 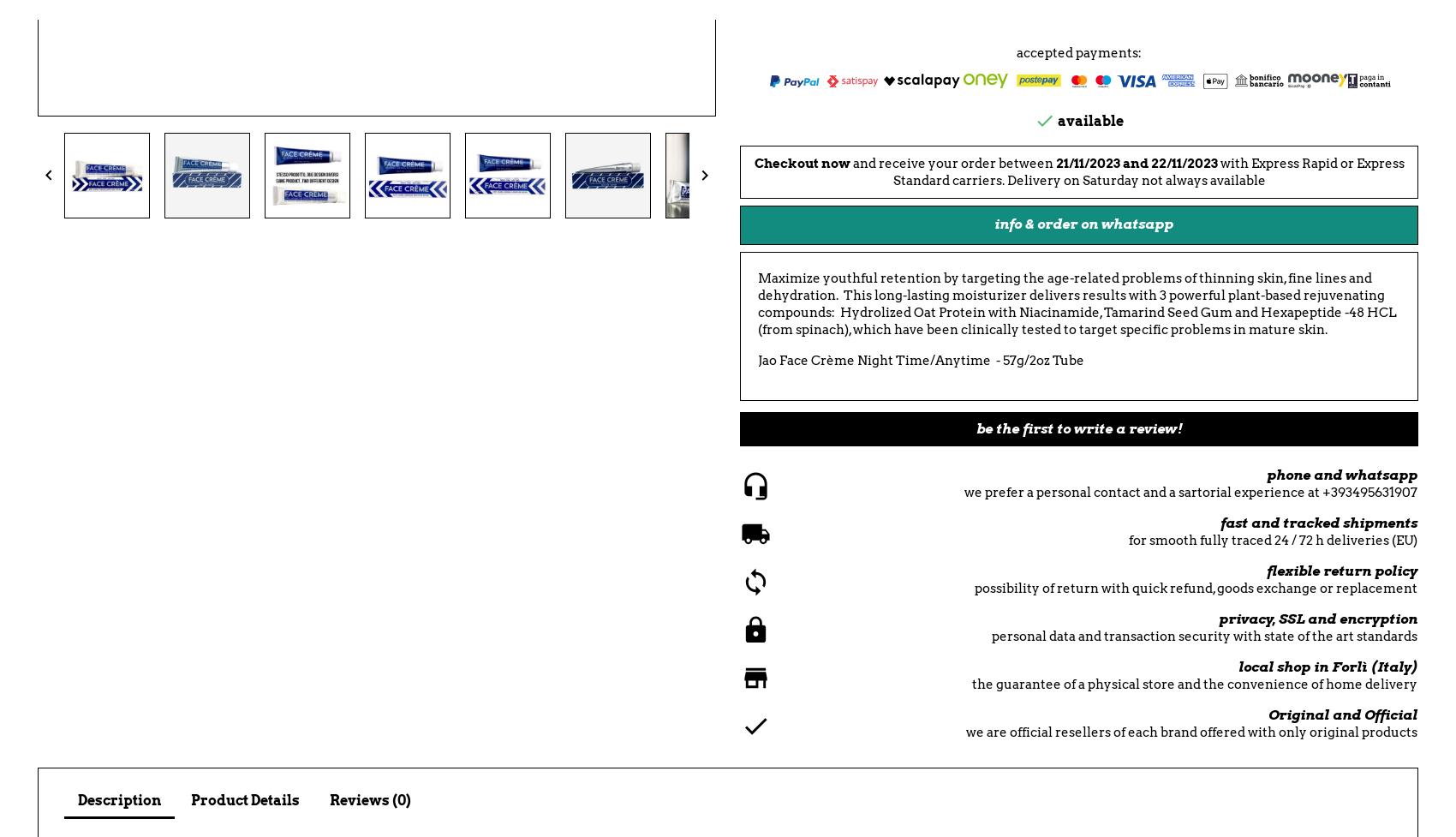 What do you see at coordinates (1268, 714) in the screenshot?
I see `'Original and Official'` at bounding box center [1268, 714].